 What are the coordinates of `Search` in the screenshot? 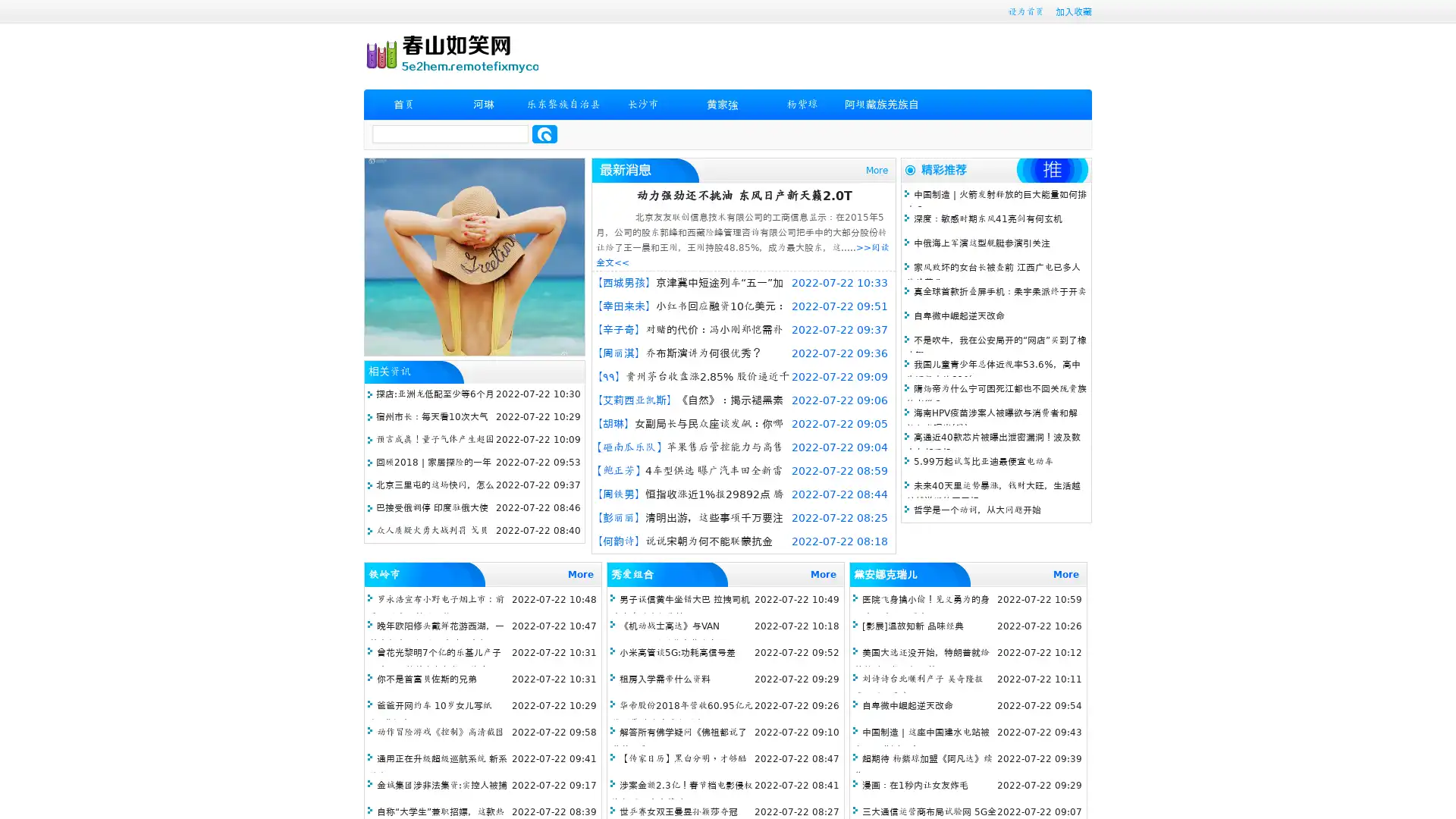 It's located at (544, 133).